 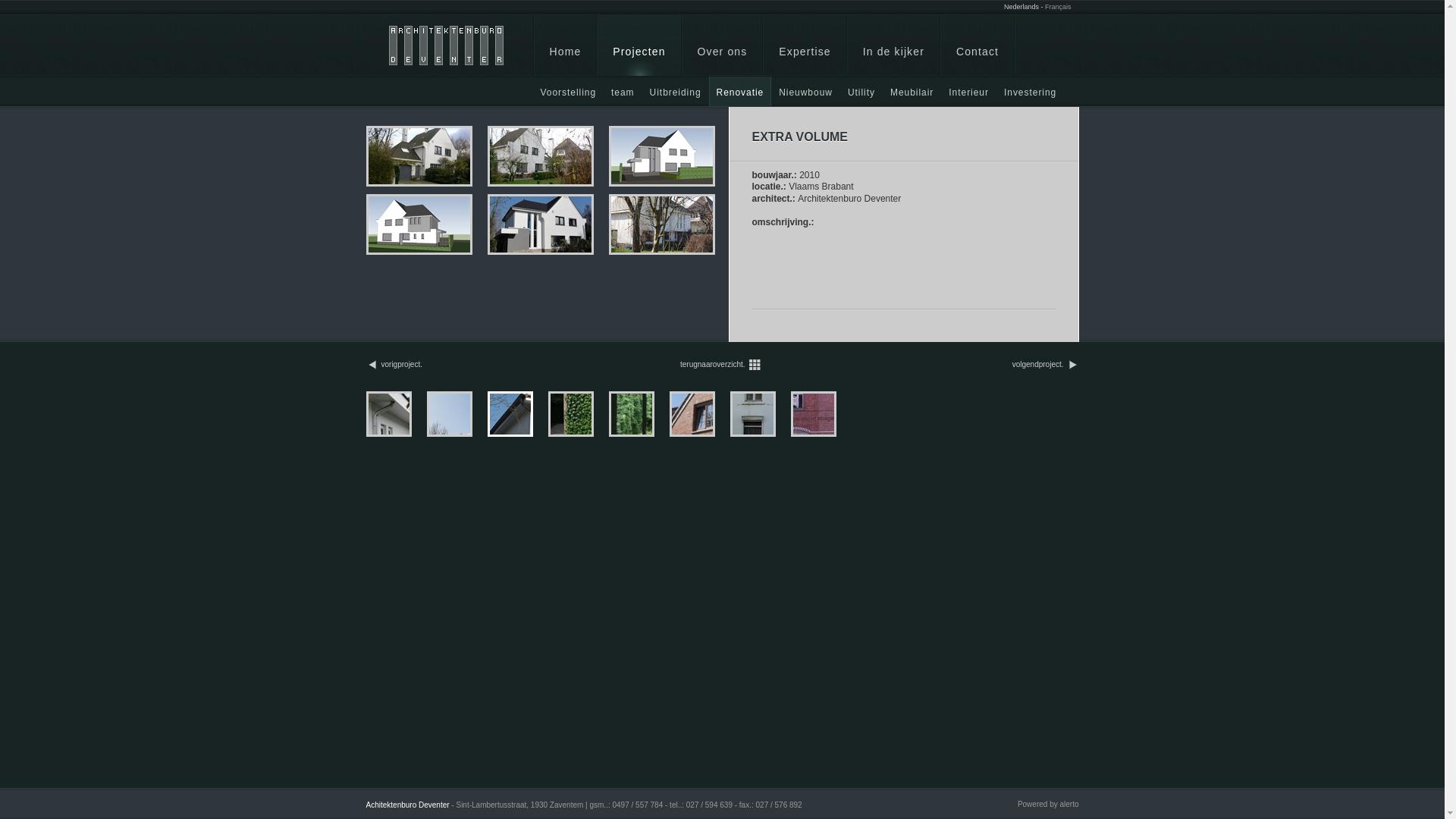 I want to click on 'Nieuwbouw', so click(x=771, y=91).